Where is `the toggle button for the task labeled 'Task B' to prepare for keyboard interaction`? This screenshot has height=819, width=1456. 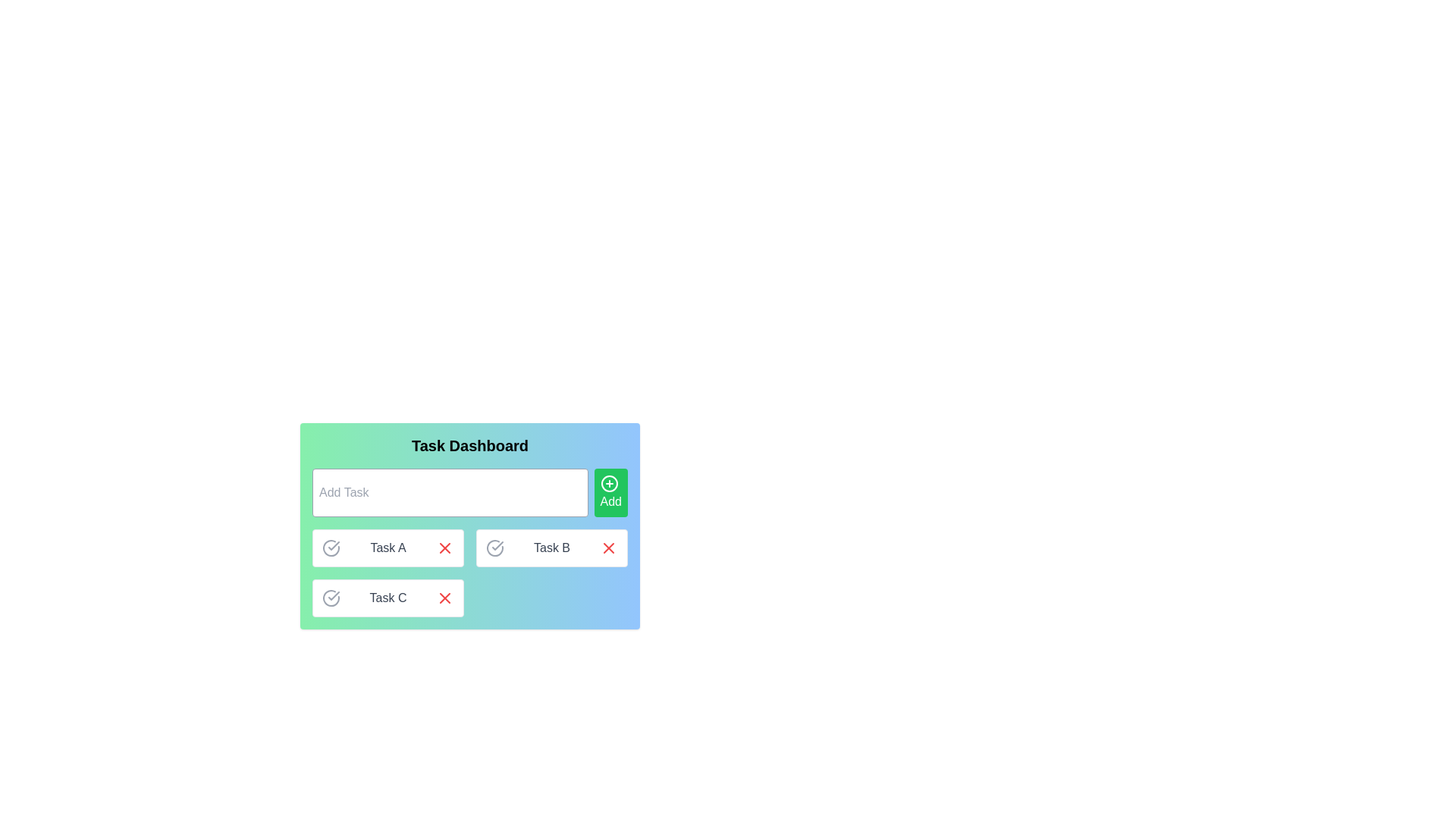 the toggle button for the task labeled 'Task B' to prepare for keyboard interaction is located at coordinates (494, 548).